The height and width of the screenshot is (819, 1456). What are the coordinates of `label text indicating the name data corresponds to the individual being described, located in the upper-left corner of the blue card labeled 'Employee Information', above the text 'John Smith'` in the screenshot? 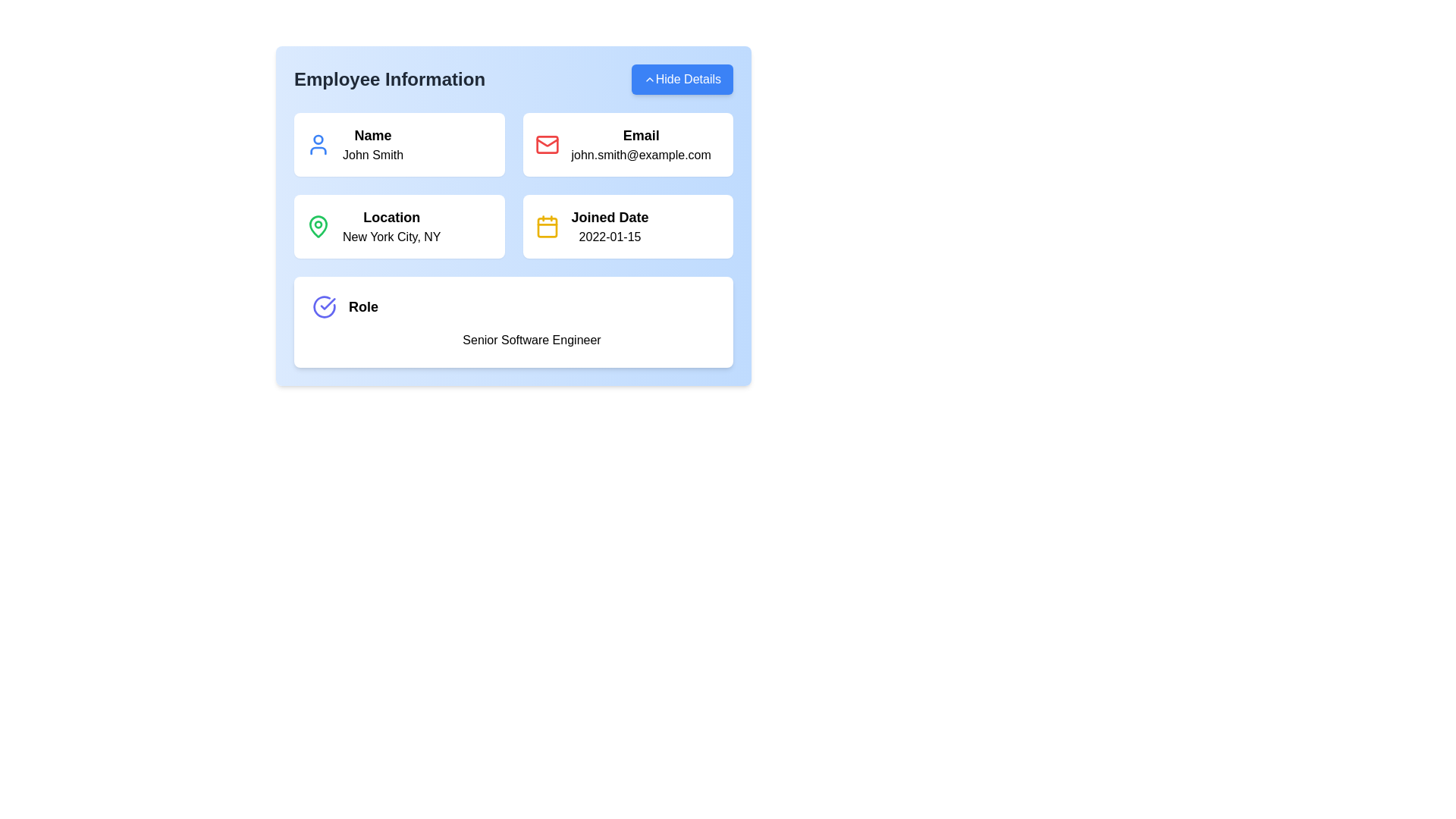 It's located at (373, 134).